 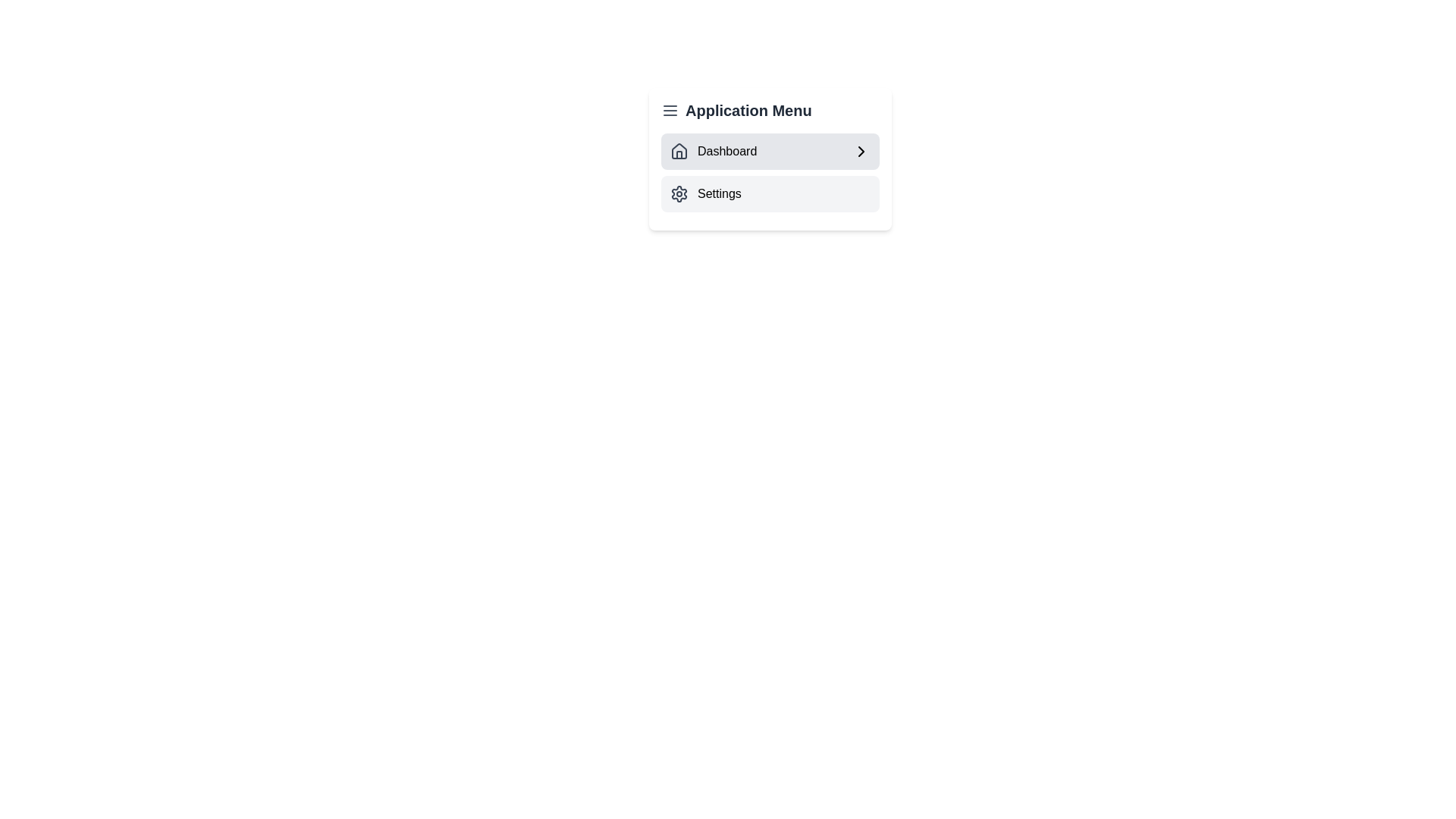 What do you see at coordinates (669, 110) in the screenshot?
I see `the gray hamburger menu icon located to the left of the 'Application Menu' text` at bounding box center [669, 110].